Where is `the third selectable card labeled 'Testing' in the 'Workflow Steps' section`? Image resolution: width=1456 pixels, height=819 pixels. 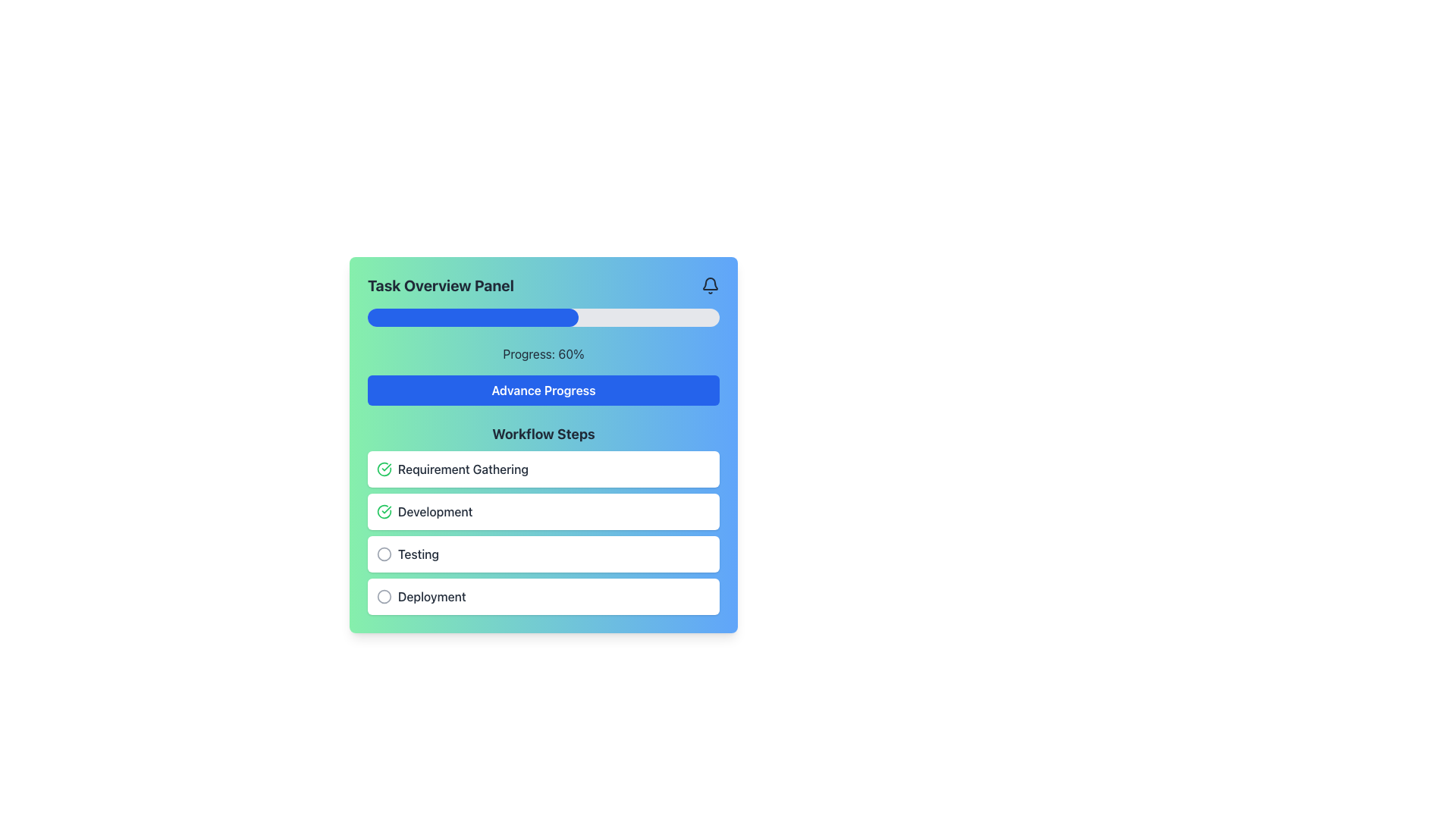
the third selectable card labeled 'Testing' in the 'Workflow Steps' section is located at coordinates (543, 554).